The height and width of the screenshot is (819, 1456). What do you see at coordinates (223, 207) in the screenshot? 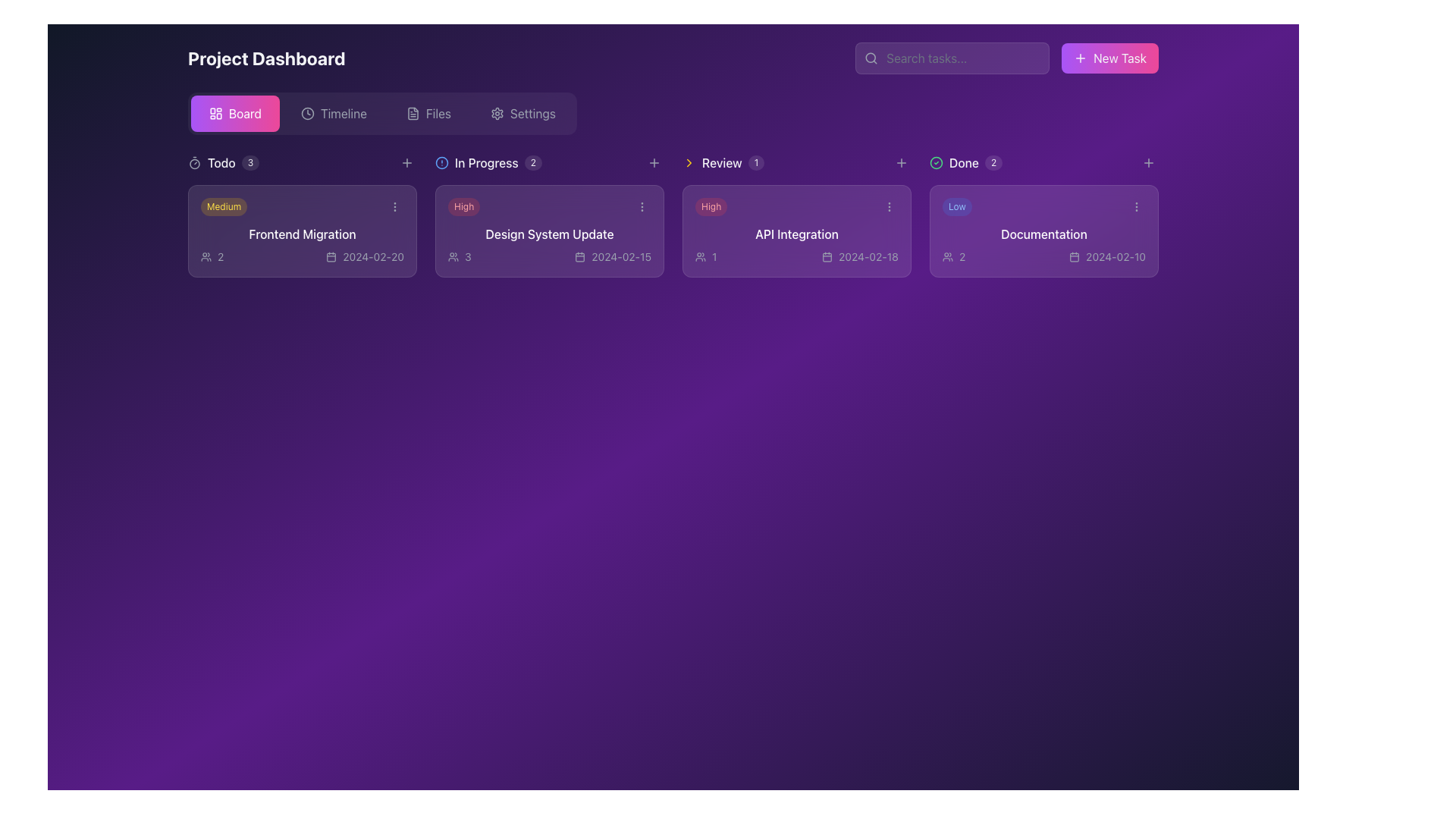
I see `the displayed text of the priority level tag located in the 'Frontend Migration' card within the 'Todo' column of the dashboard` at bounding box center [223, 207].